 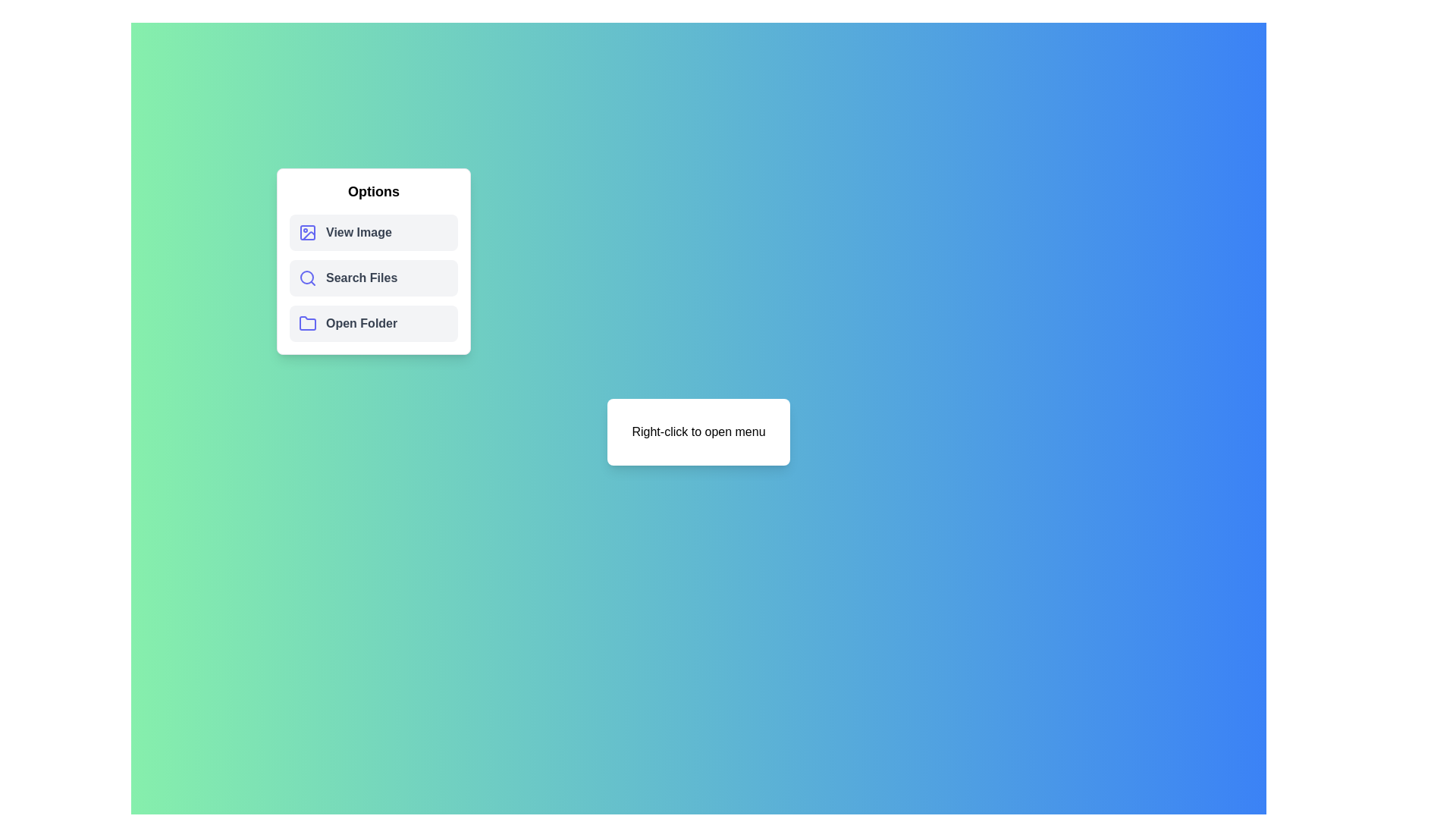 I want to click on the 'Open Folder' option in the menu, so click(x=374, y=323).